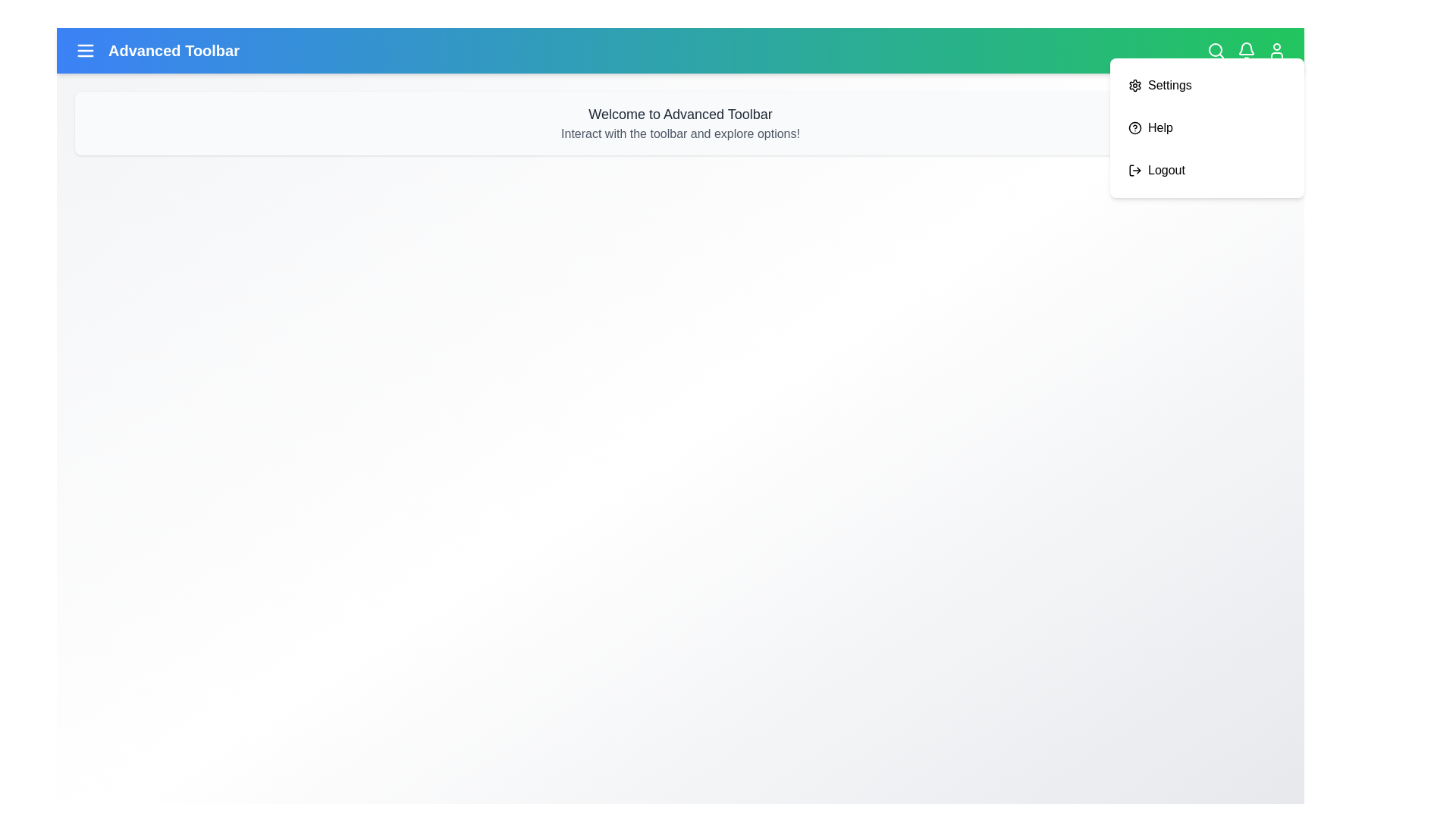 This screenshot has width=1456, height=819. I want to click on the 'Help' menu item to select it, so click(1159, 127).